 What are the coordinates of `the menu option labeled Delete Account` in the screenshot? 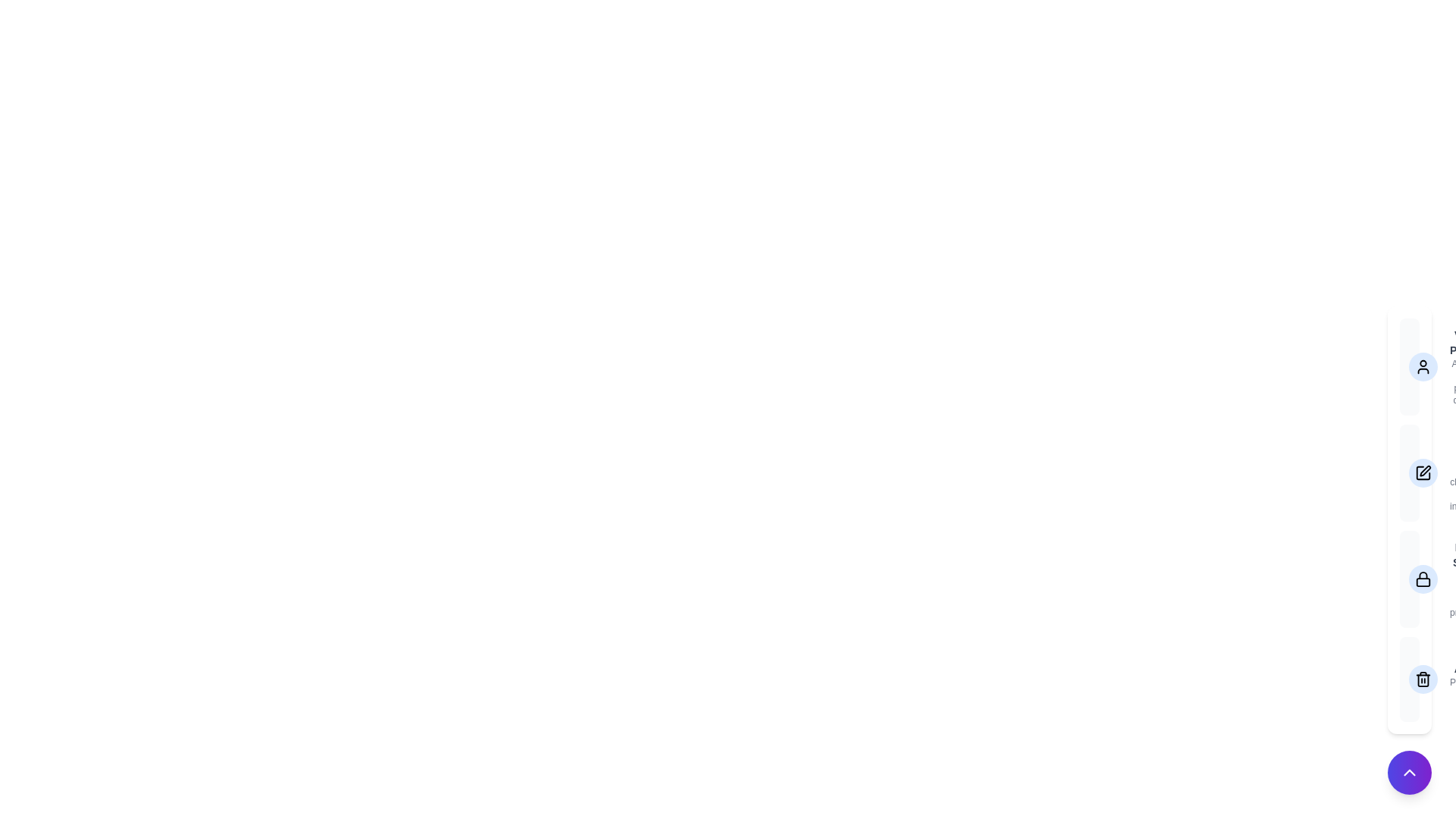 It's located at (1408, 678).